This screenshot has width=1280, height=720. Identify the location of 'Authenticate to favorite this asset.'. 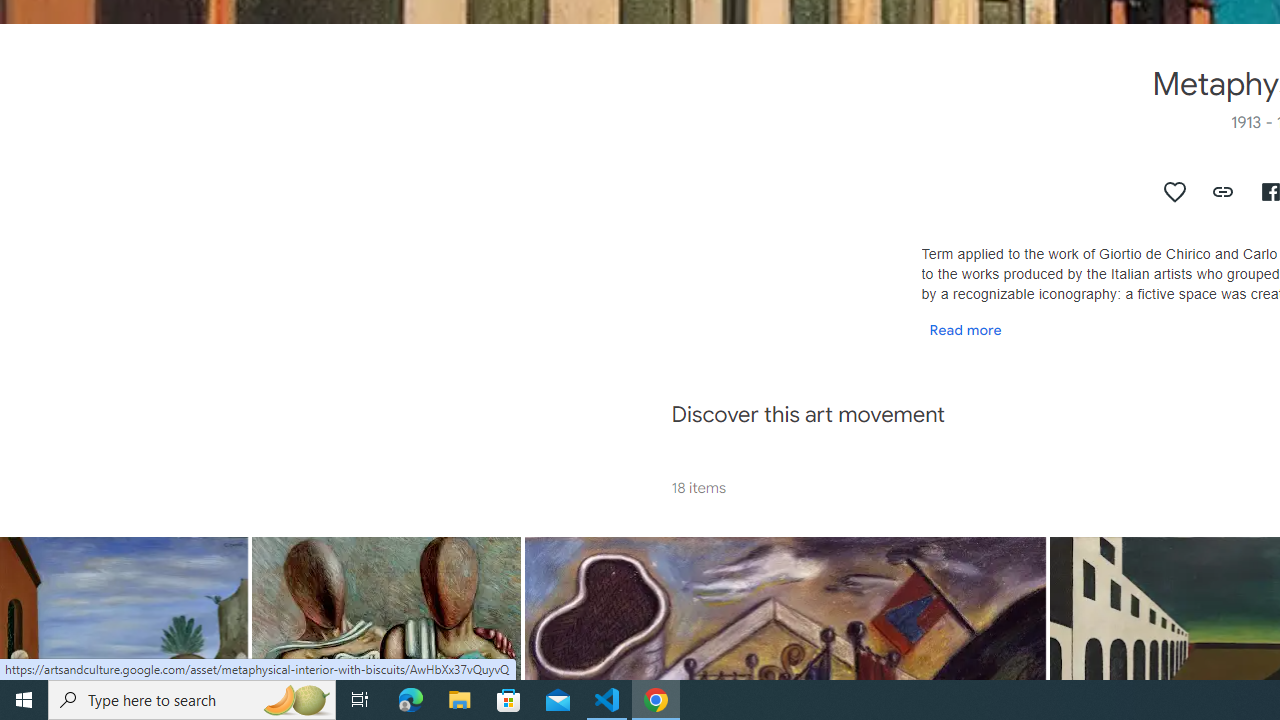
(1175, 191).